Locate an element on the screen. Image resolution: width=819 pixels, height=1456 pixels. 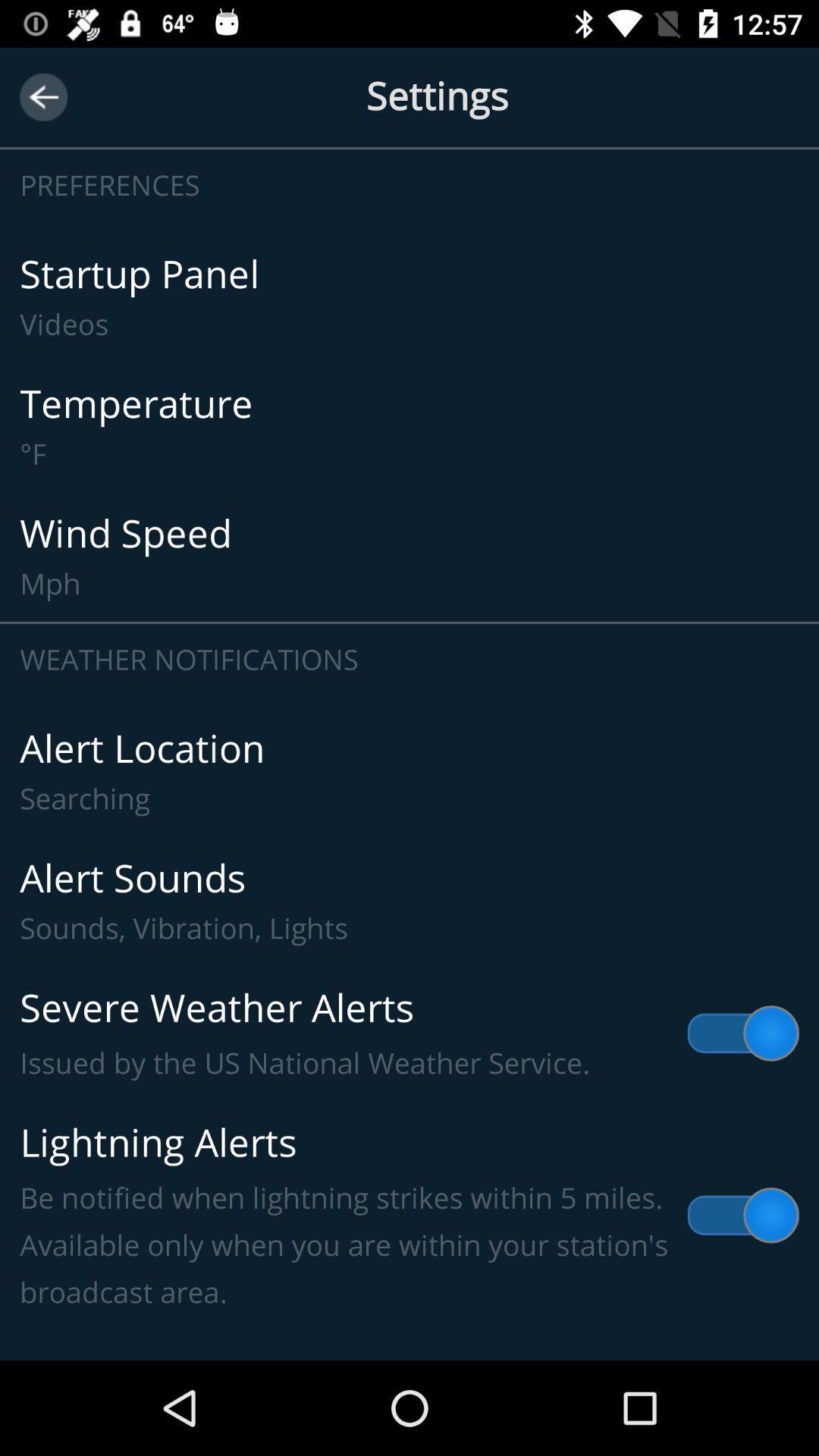
lightning alerts be is located at coordinates (409, 1216).